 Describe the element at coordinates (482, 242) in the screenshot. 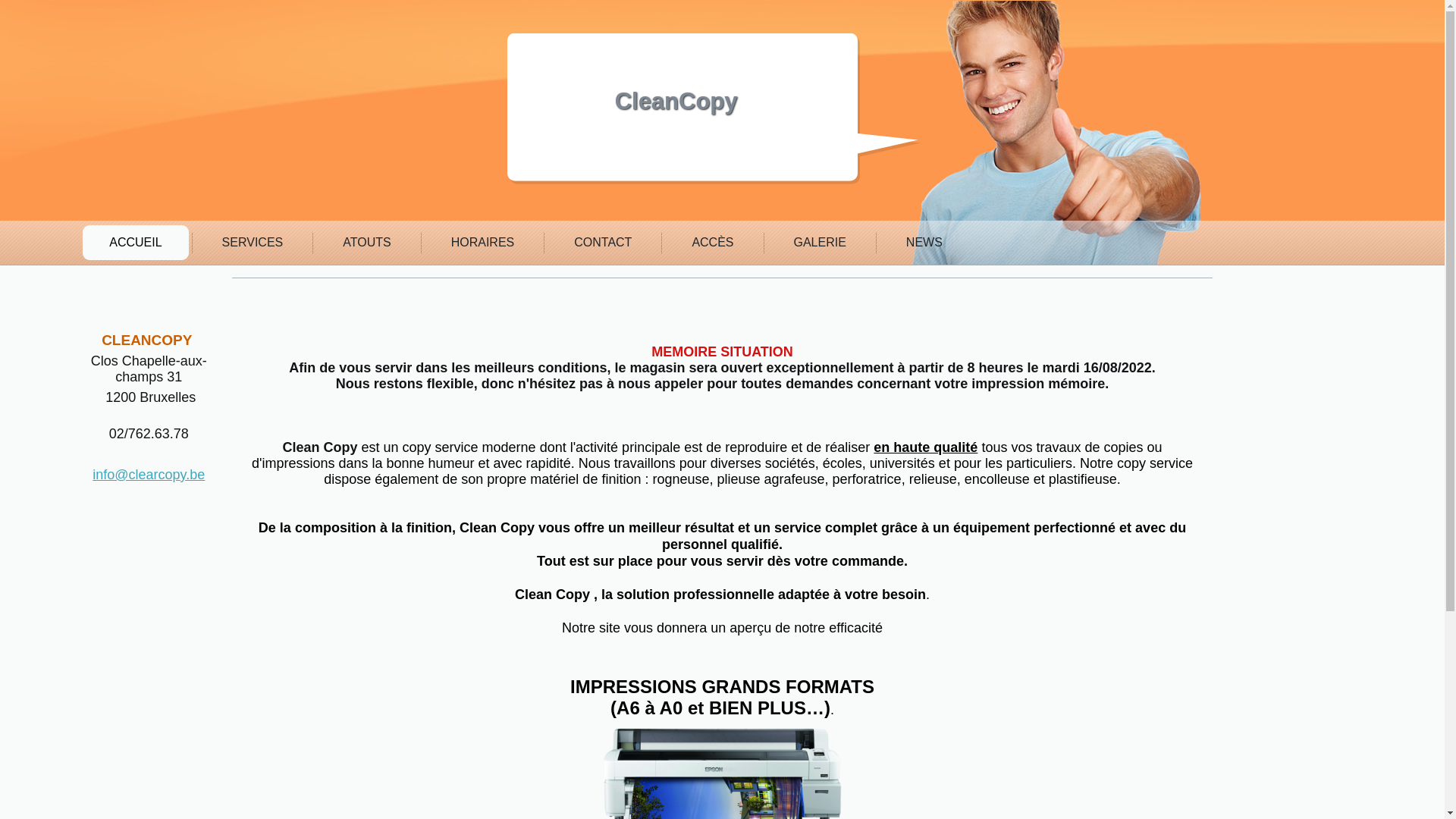

I see `'HORAIRES'` at that location.